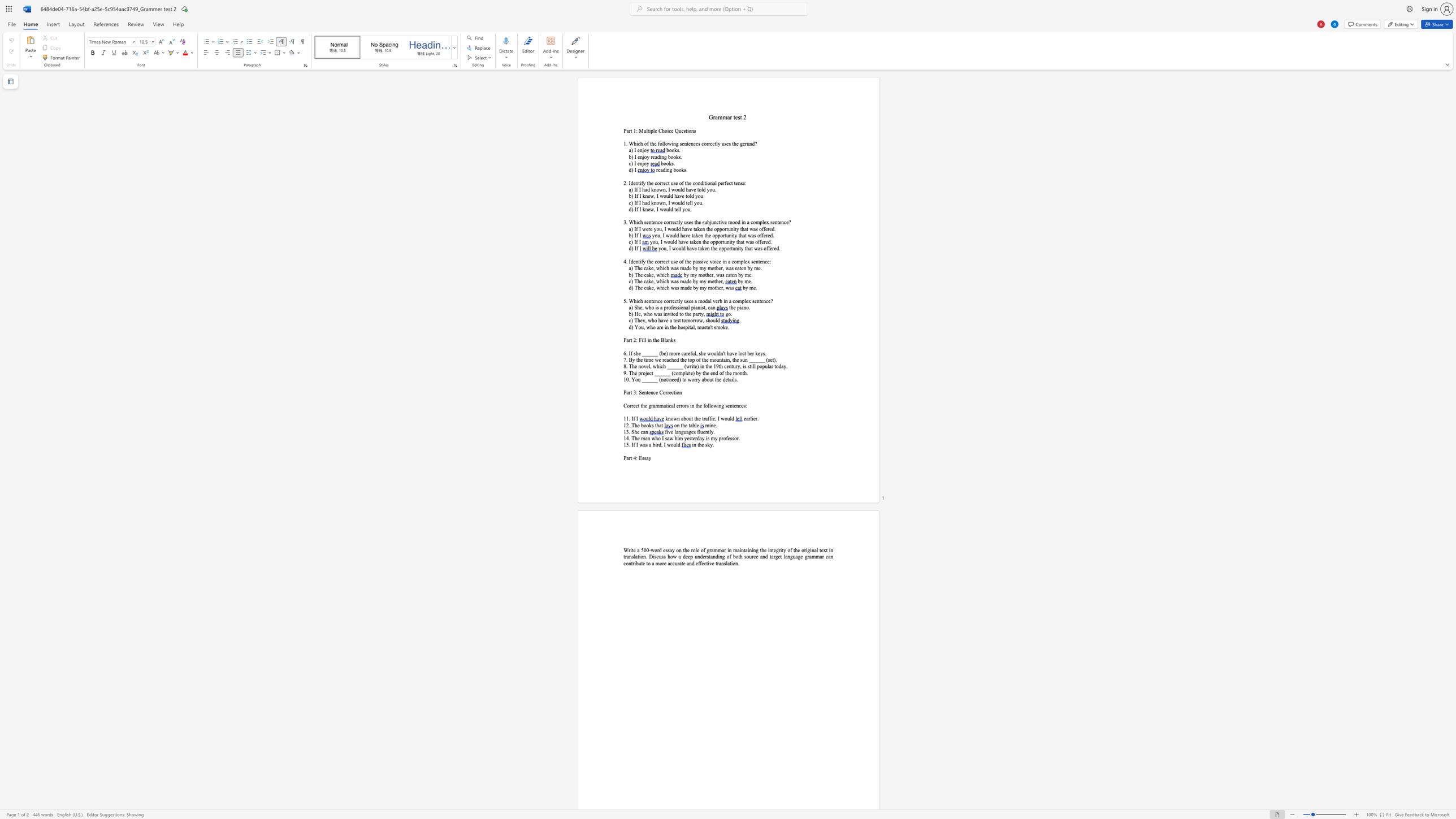 Image resolution: width=1456 pixels, height=819 pixels. I want to click on the space between the continuous character "o" and "f" in the text, so click(681, 261).